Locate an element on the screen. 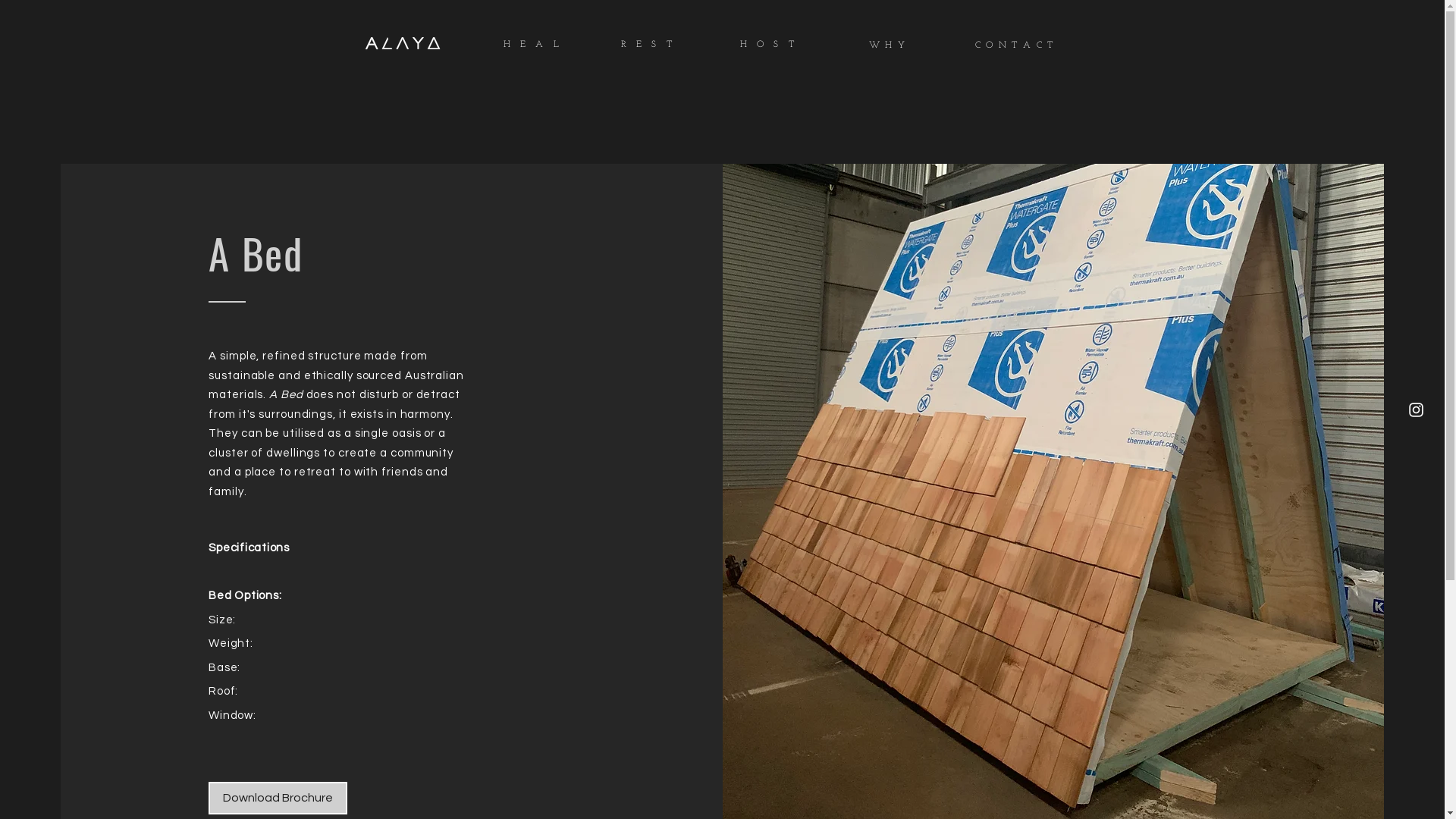 This screenshot has width=1456, height=819. 'H  O  S  T' is located at coordinates (767, 42).